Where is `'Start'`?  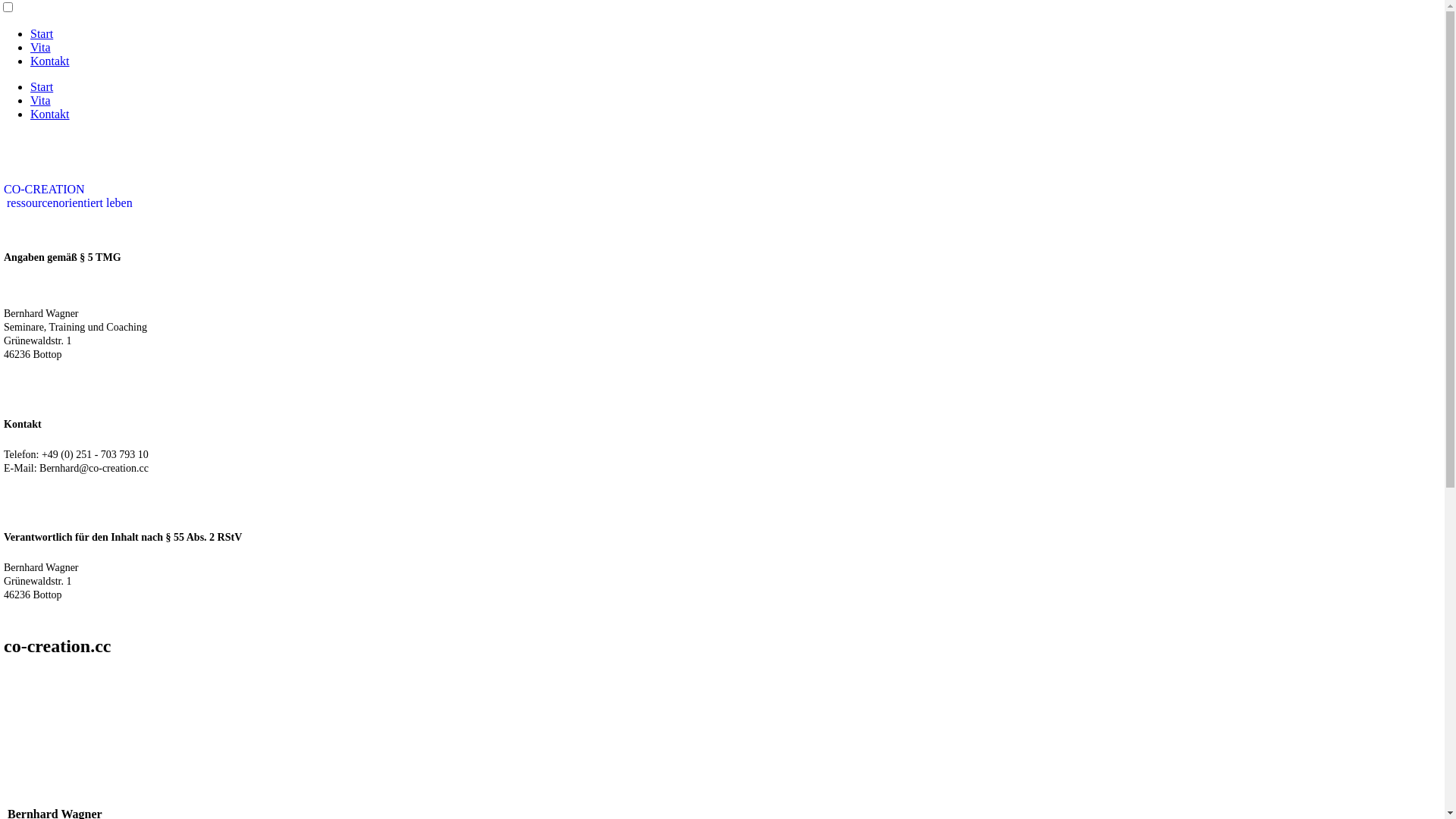
'Start' is located at coordinates (41, 33).